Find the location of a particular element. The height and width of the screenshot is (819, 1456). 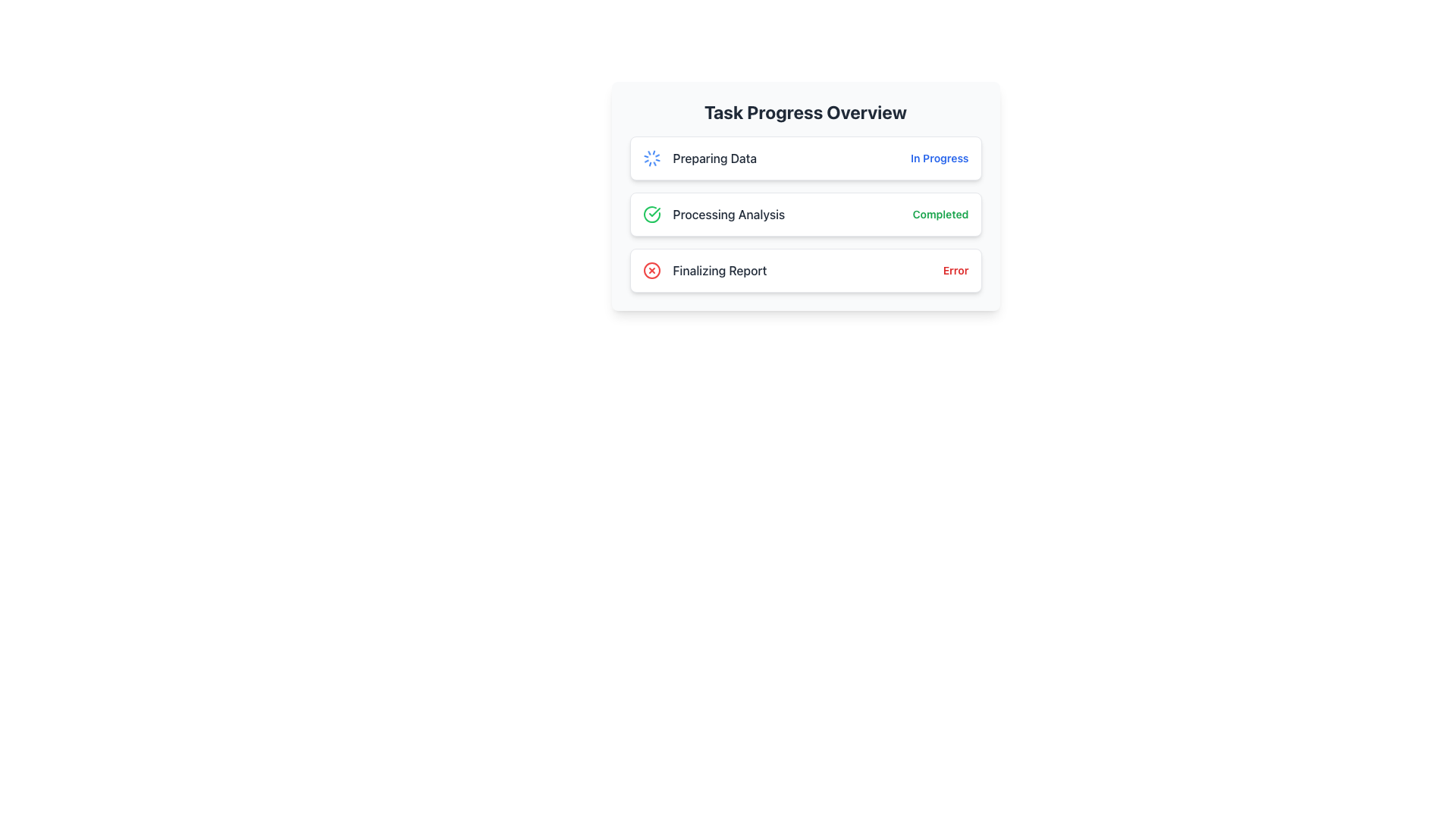

the completion status icon located to the left of the 'Processing Analysis' text is located at coordinates (651, 214).